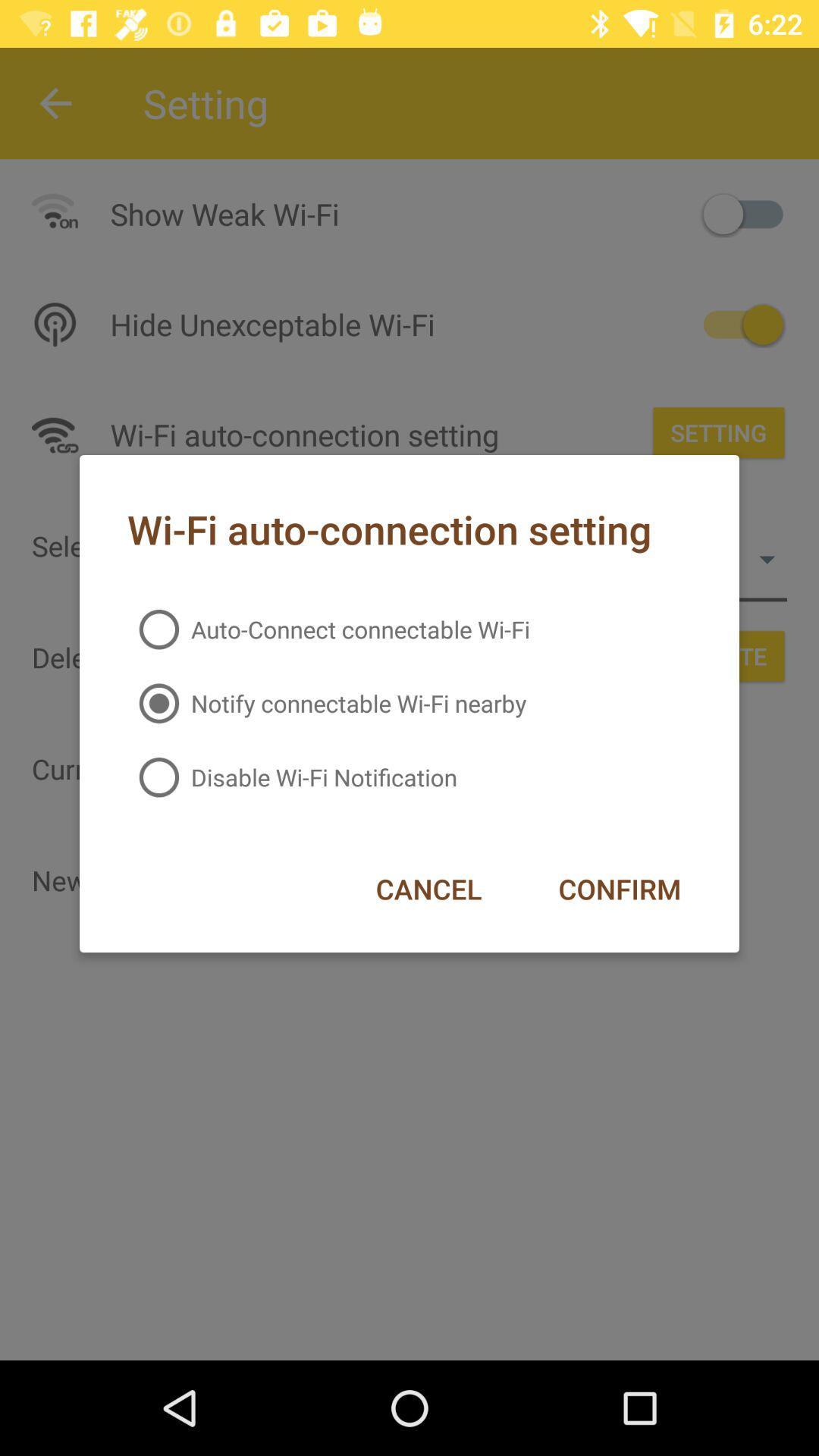 The image size is (819, 1456). What do you see at coordinates (620, 889) in the screenshot?
I see `confirm icon` at bounding box center [620, 889].